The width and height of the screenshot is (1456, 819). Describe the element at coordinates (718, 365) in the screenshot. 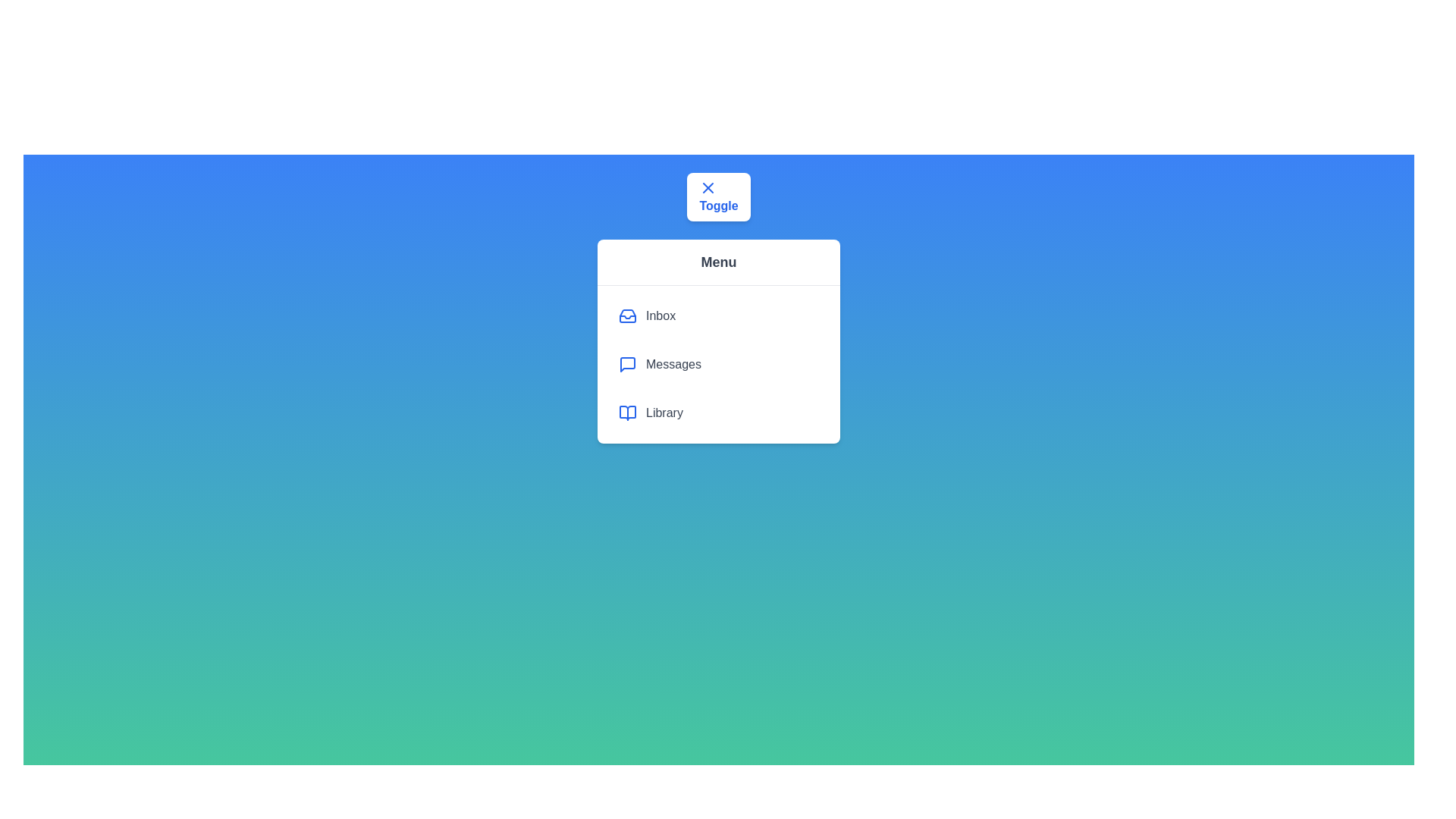

I see `the menu item Messages to highlight it` at that location.